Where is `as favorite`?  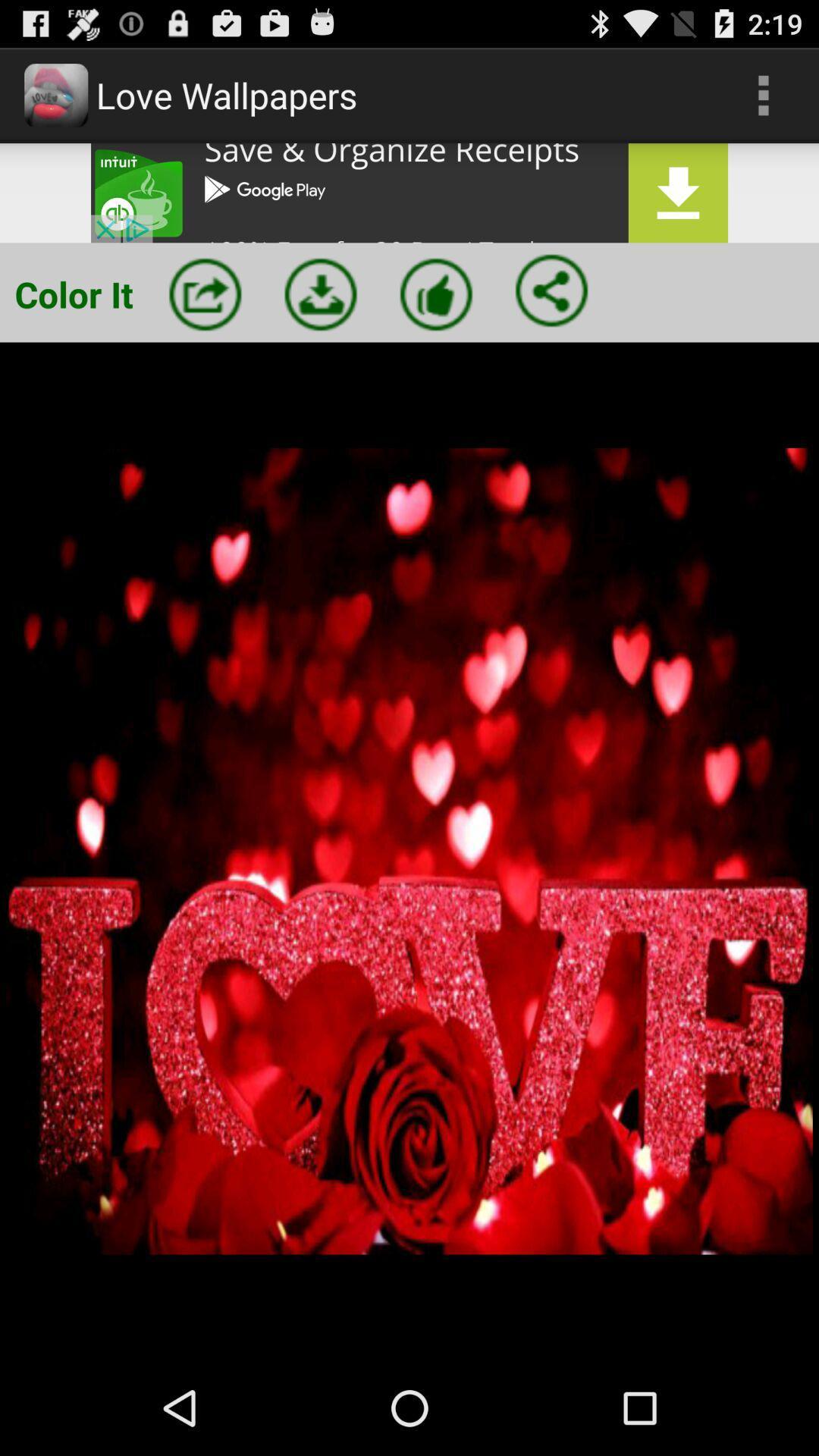
as favorite is located at coordinates (436, 294).